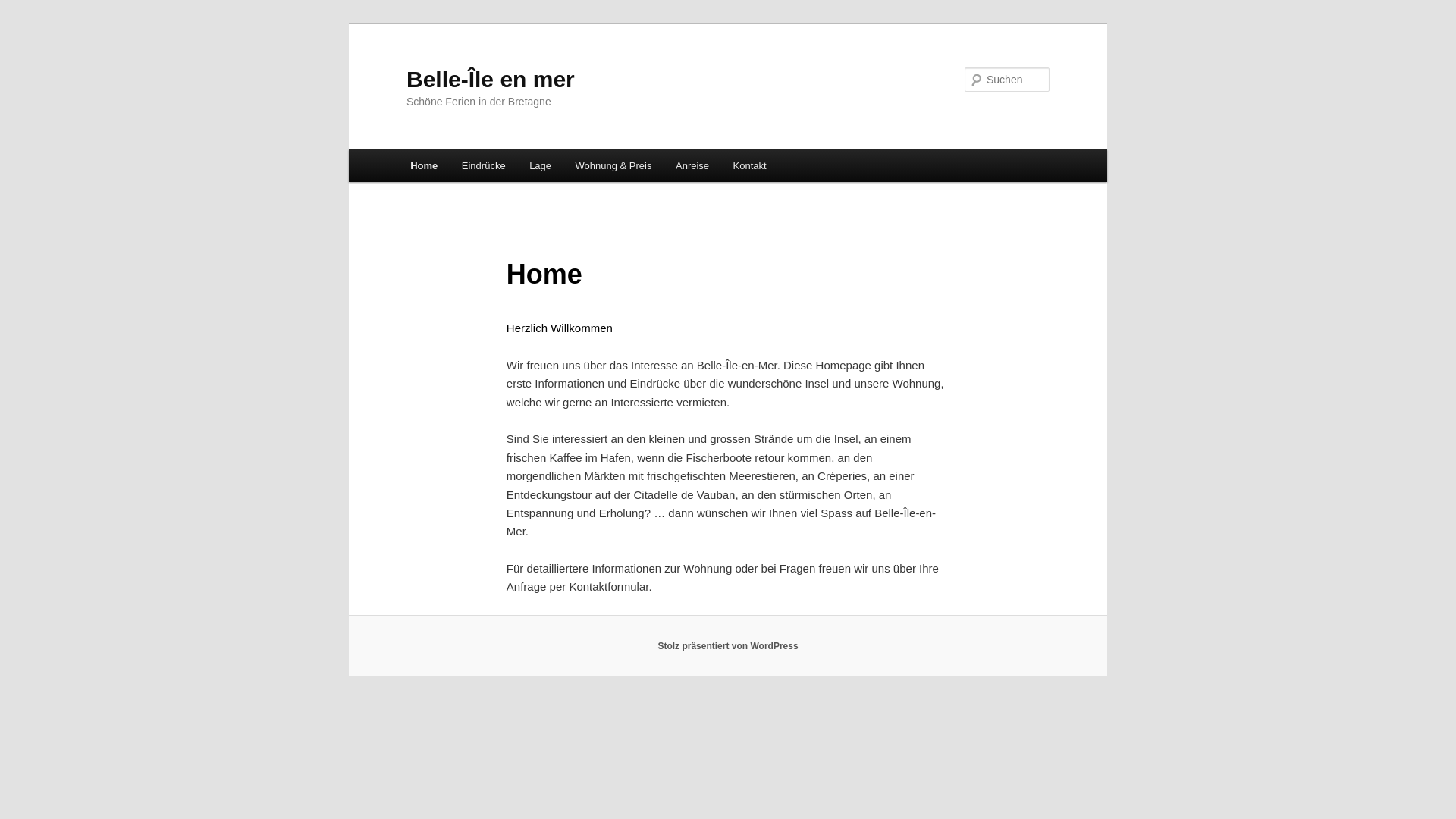 The width and height of the screenshot is (1456, 819). I want to click on 'Home', so click(423, 165).